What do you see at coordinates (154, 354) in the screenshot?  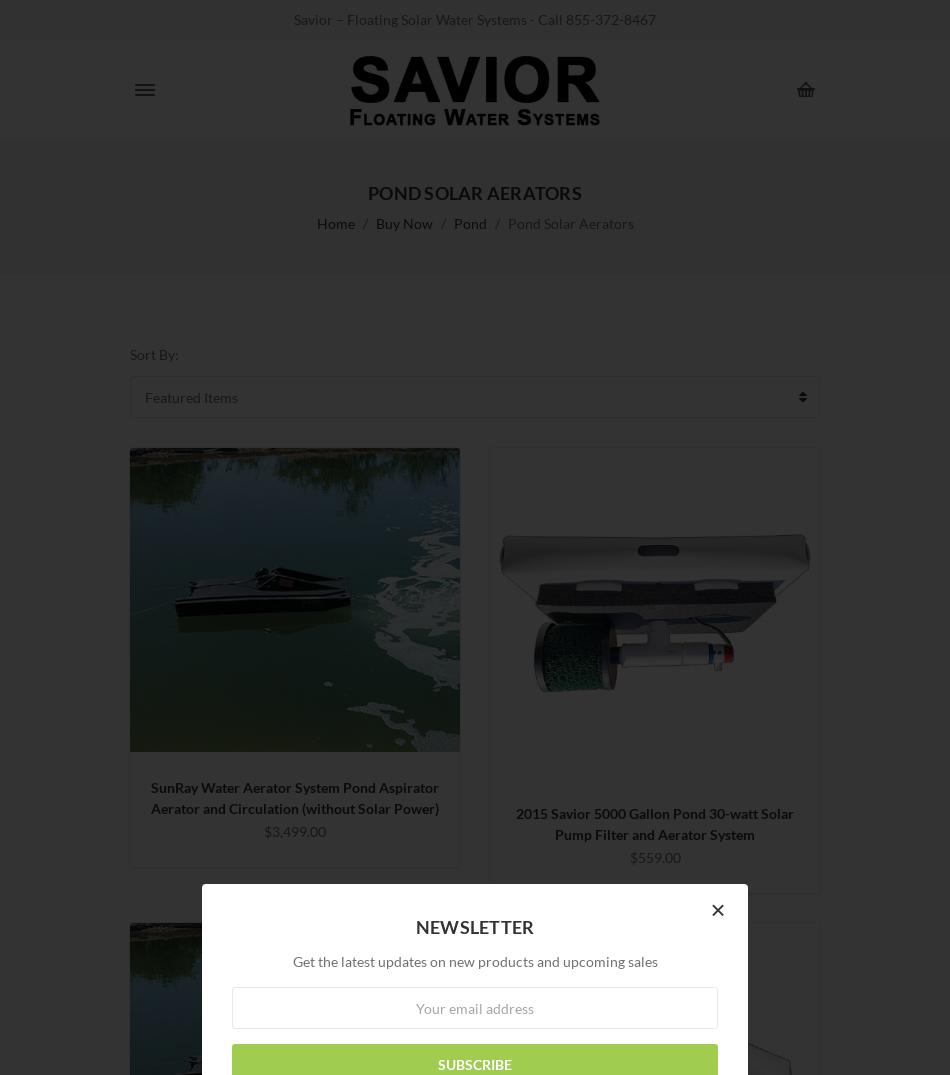 I see `'Sort By:'` at bounding box center [154, 354].